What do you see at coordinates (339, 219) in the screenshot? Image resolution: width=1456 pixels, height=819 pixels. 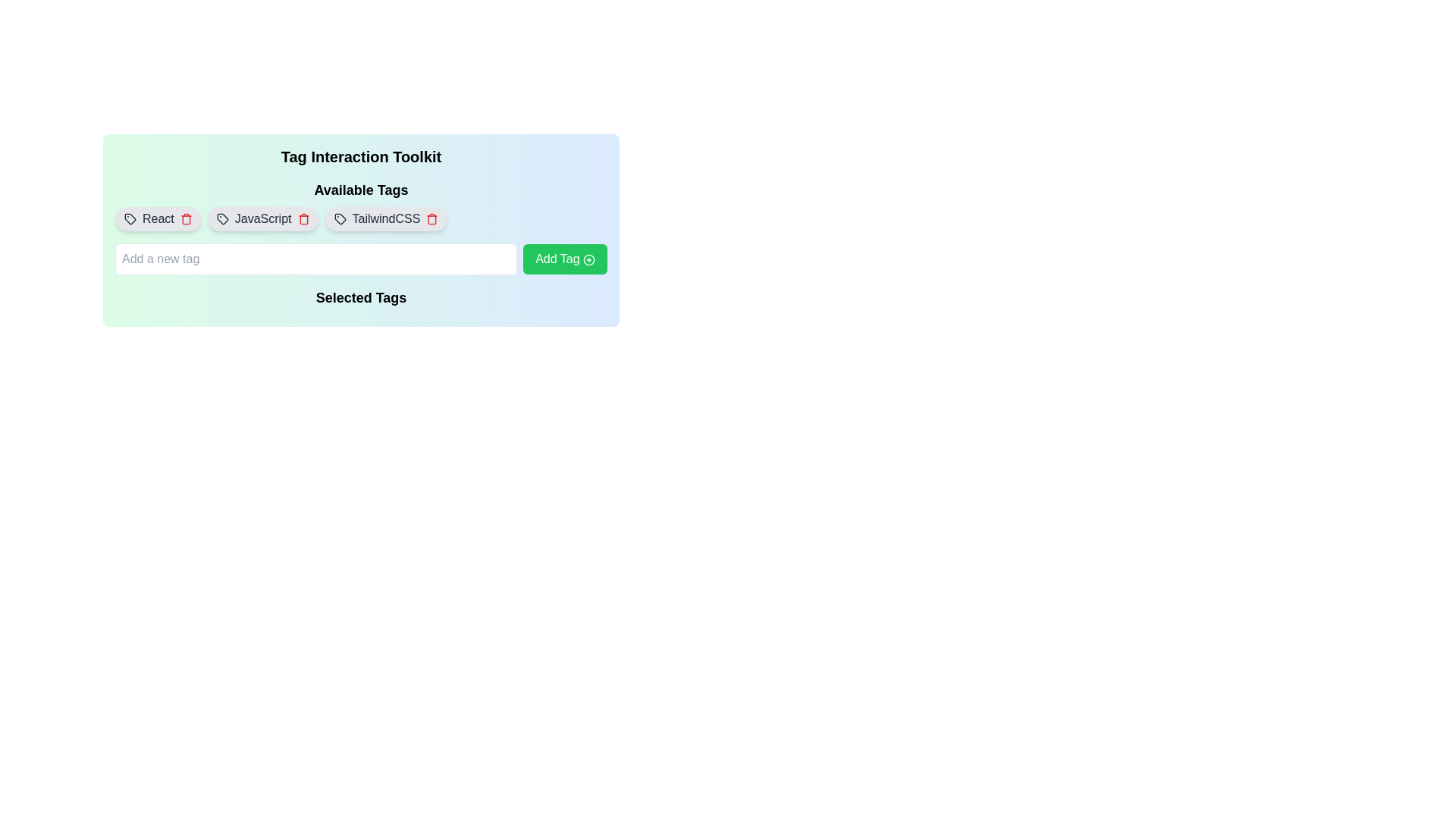 I see `the 'TailwindCSS' tag icon, which is the first element in the tag group under 'Available Tags'` at bounding box center [339, 219].